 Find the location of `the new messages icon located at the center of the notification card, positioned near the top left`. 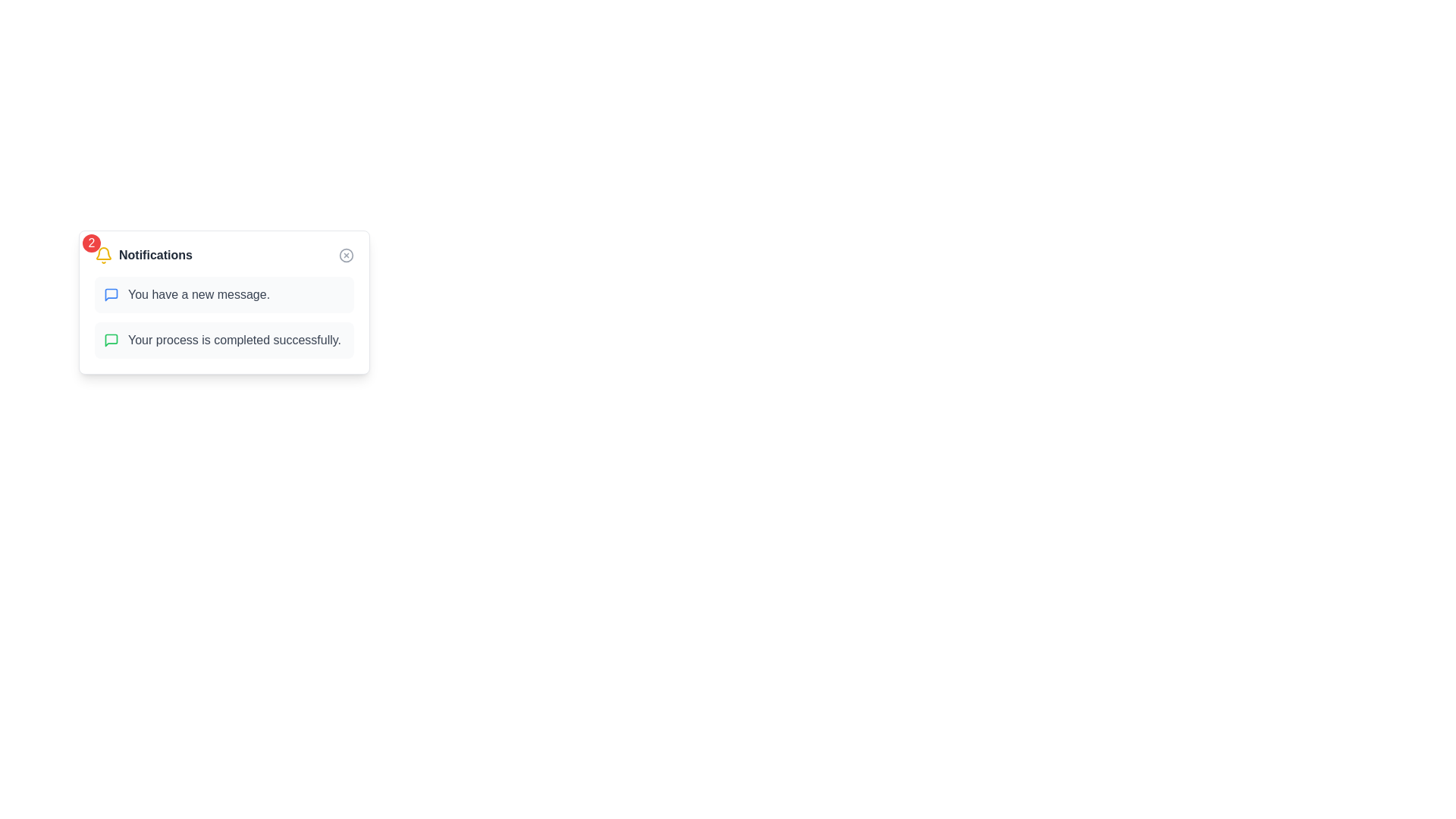

the new messages icon located at the center of the notification card, positioned near the top left is located at coordinates (111, 339).